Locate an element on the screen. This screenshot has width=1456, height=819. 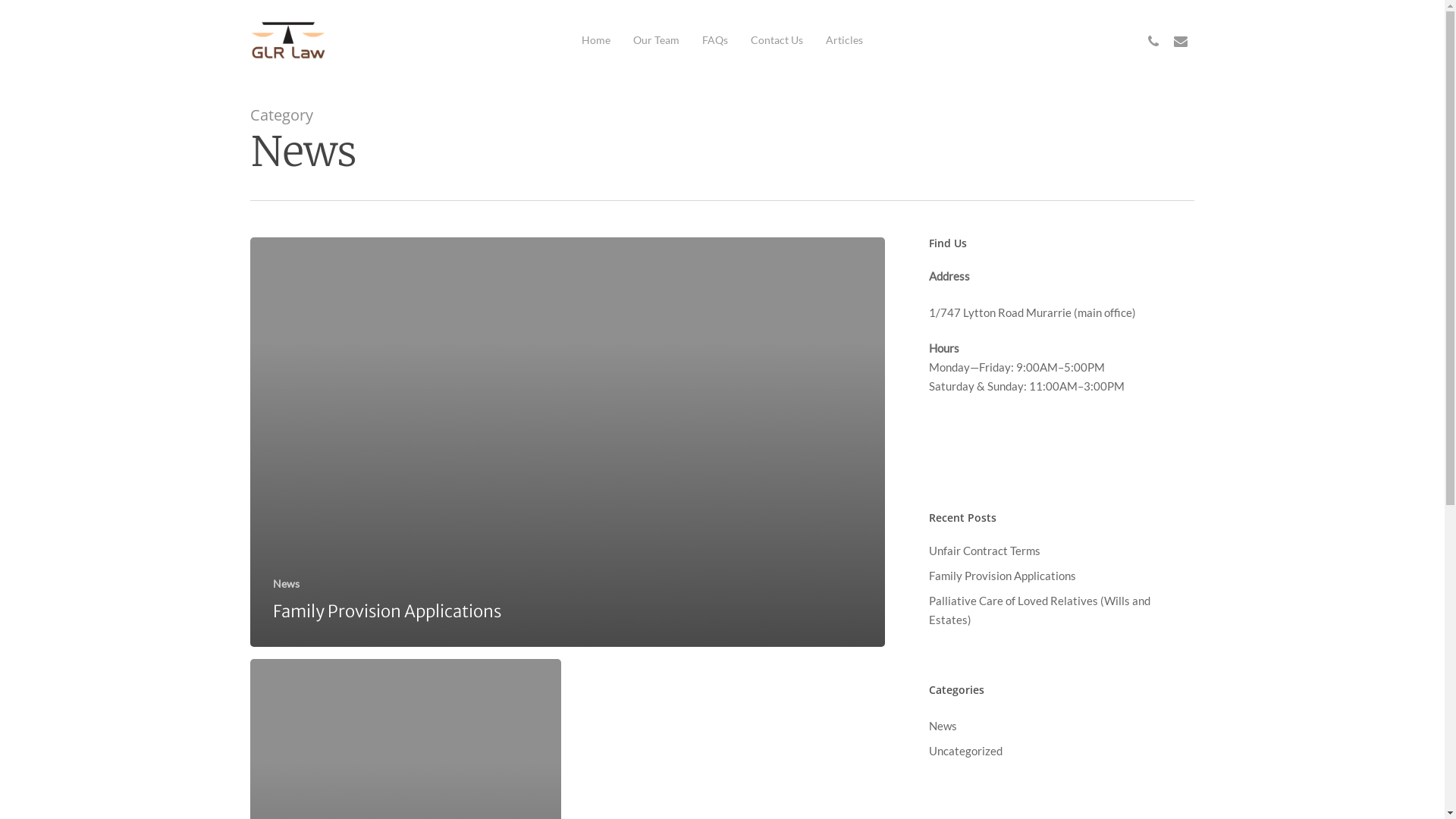
'Our Team' is located at coordinates (633, 39).